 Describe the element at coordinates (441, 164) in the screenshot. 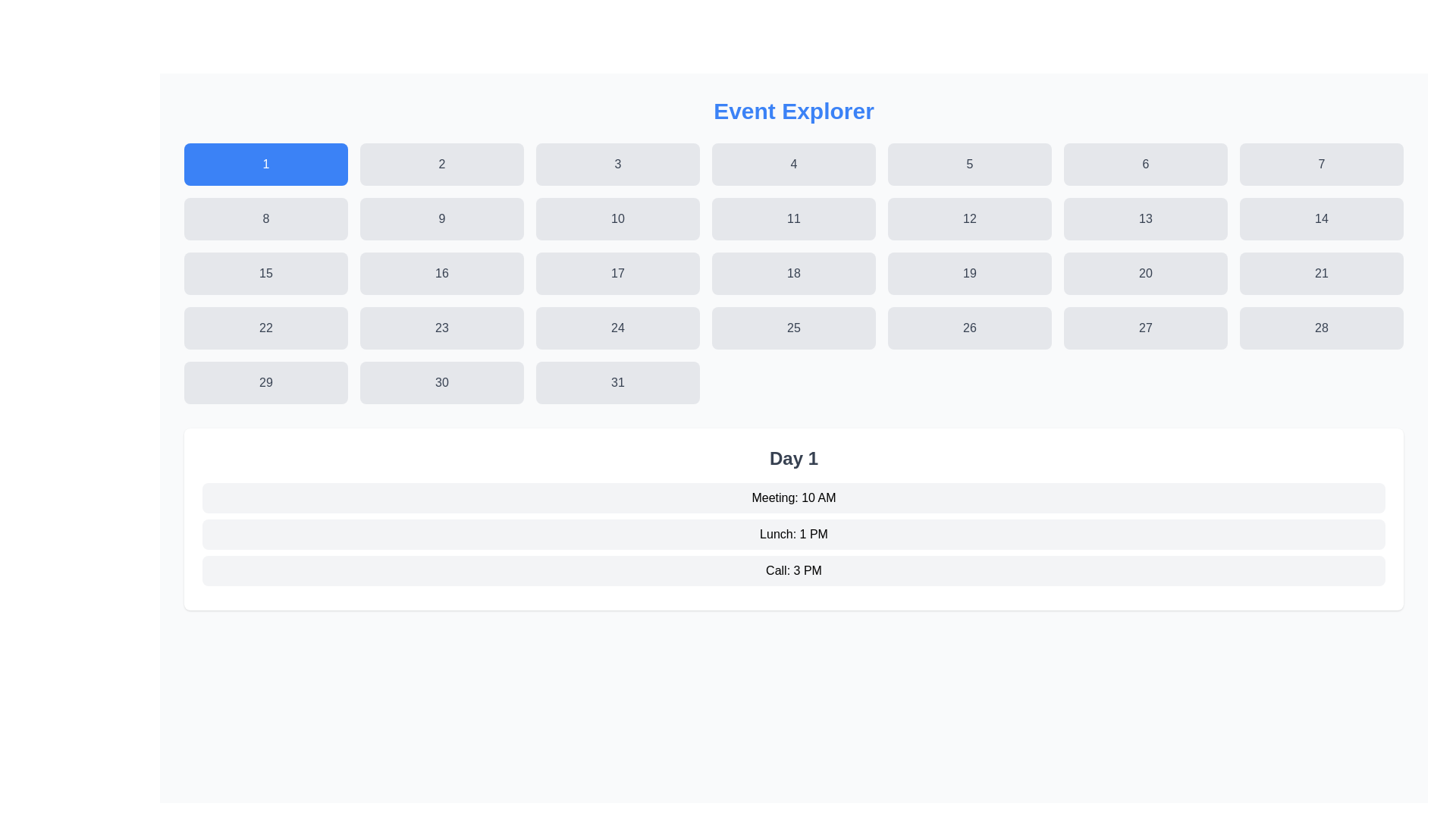

I see `the second button` at that location.